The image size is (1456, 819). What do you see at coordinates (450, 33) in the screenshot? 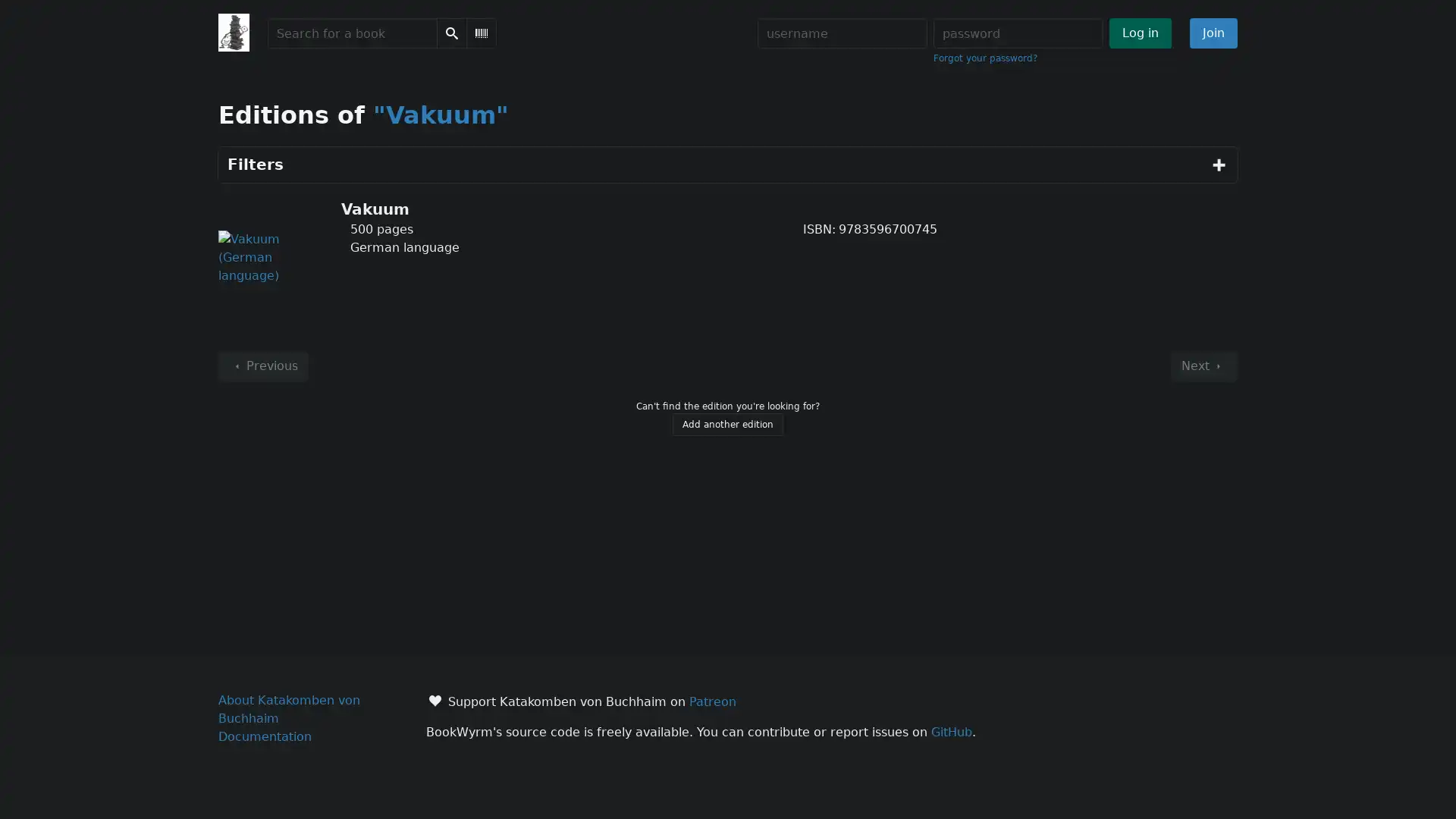
I see `Search` at bounding box center [450, 33].